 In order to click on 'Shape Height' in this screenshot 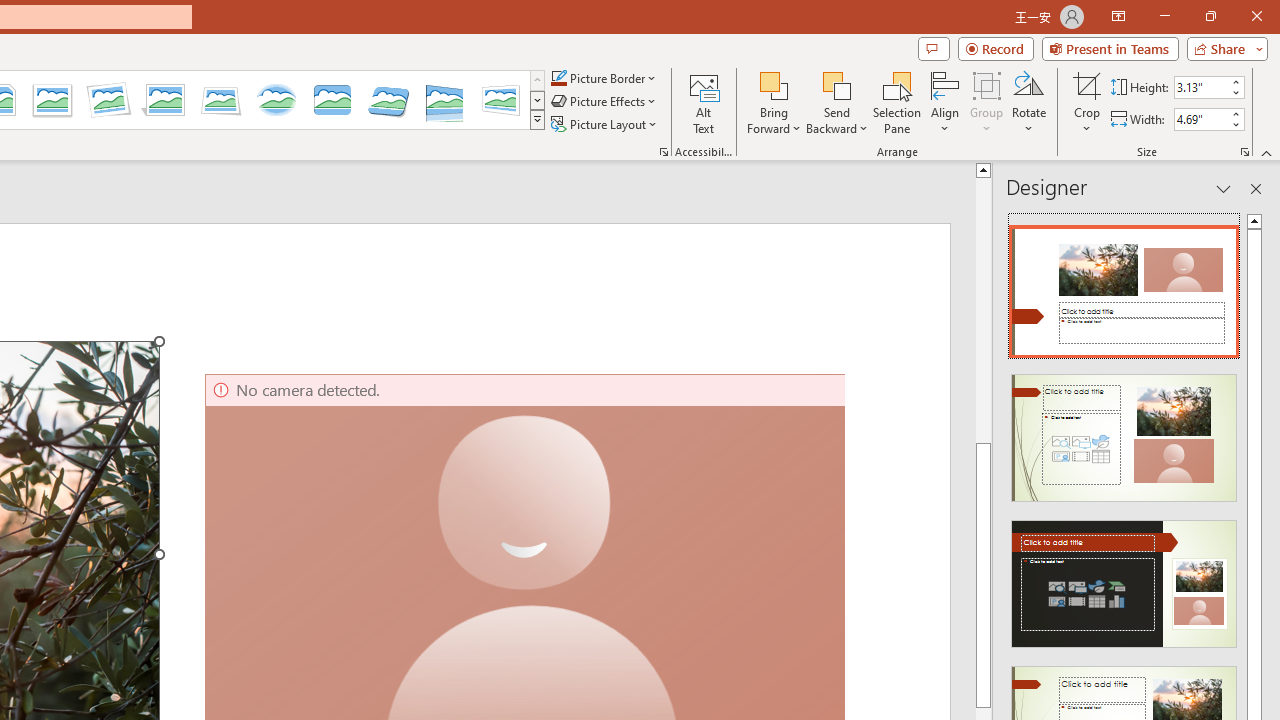, I will do `click(1200, 86)`.